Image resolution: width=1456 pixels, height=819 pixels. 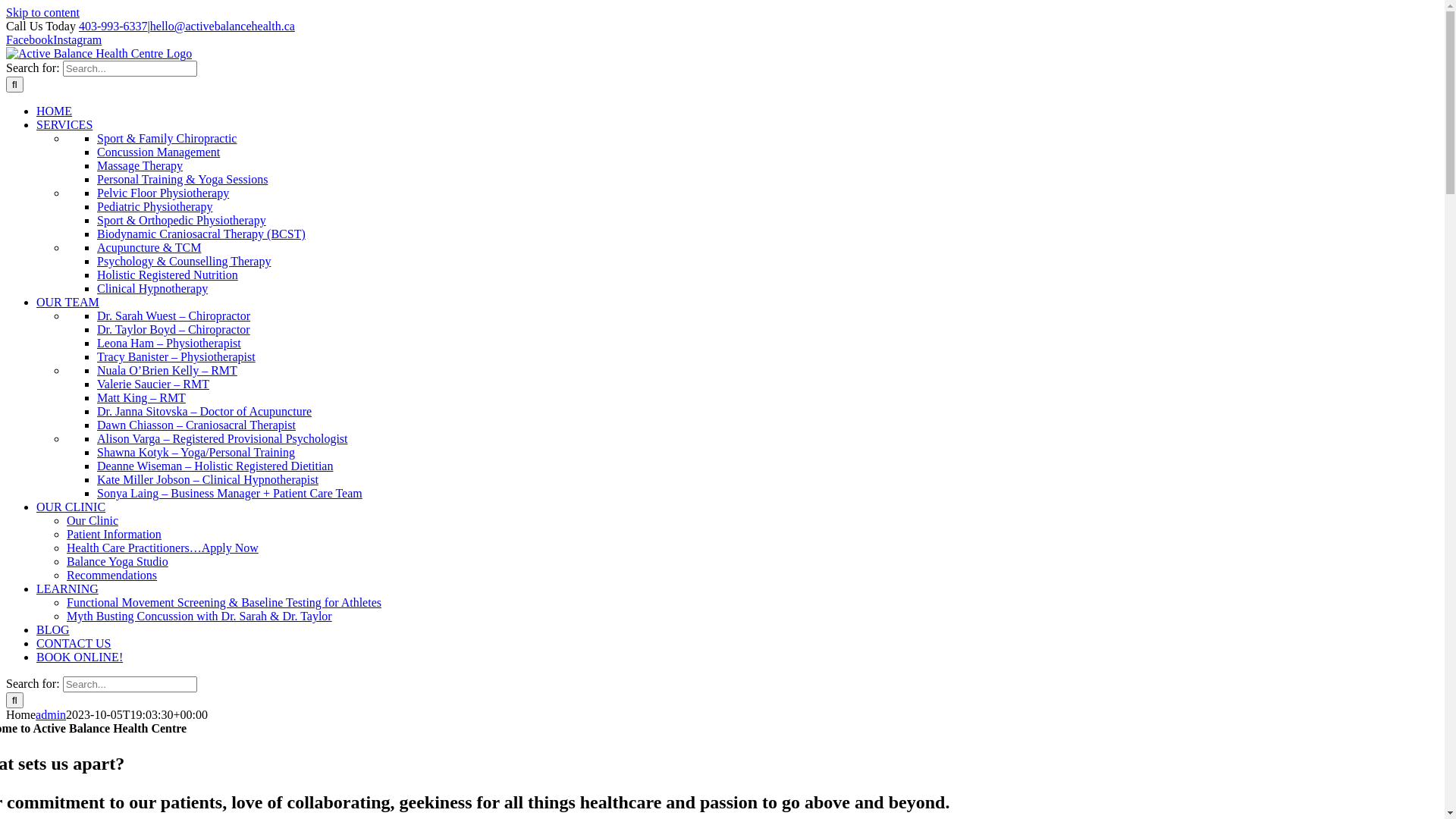 What do you see at coordinates (149, 246) in the screenshot?
I see `'Acupuncture & TCM'` at bounding box center [149, 246].